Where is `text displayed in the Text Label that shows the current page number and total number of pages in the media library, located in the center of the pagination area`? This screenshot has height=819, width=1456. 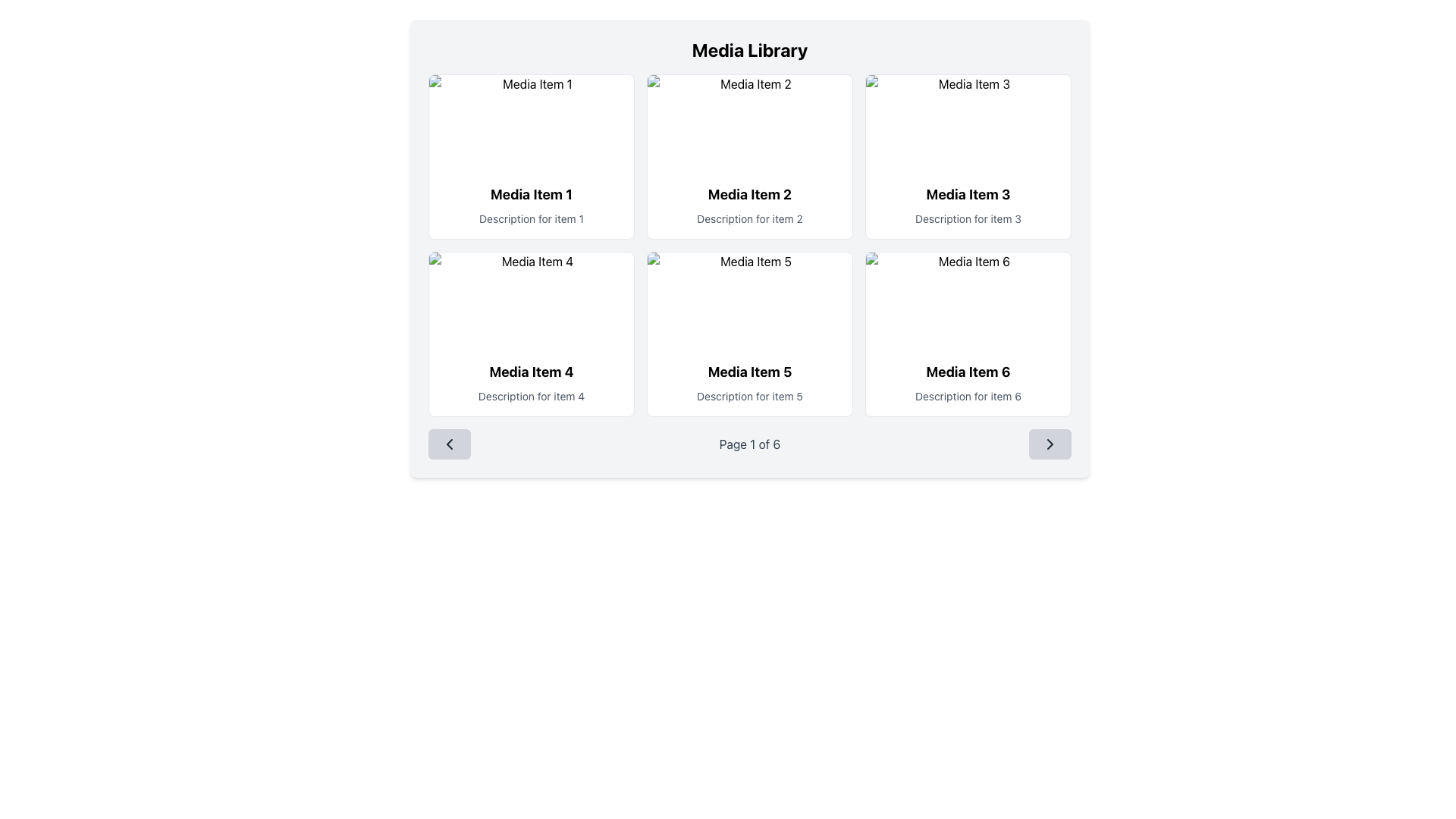
text displayed in the Text Label that shows the current page number and total number of pages in the media library, located in the center of the pagination area is located at coordinates (749, 444).